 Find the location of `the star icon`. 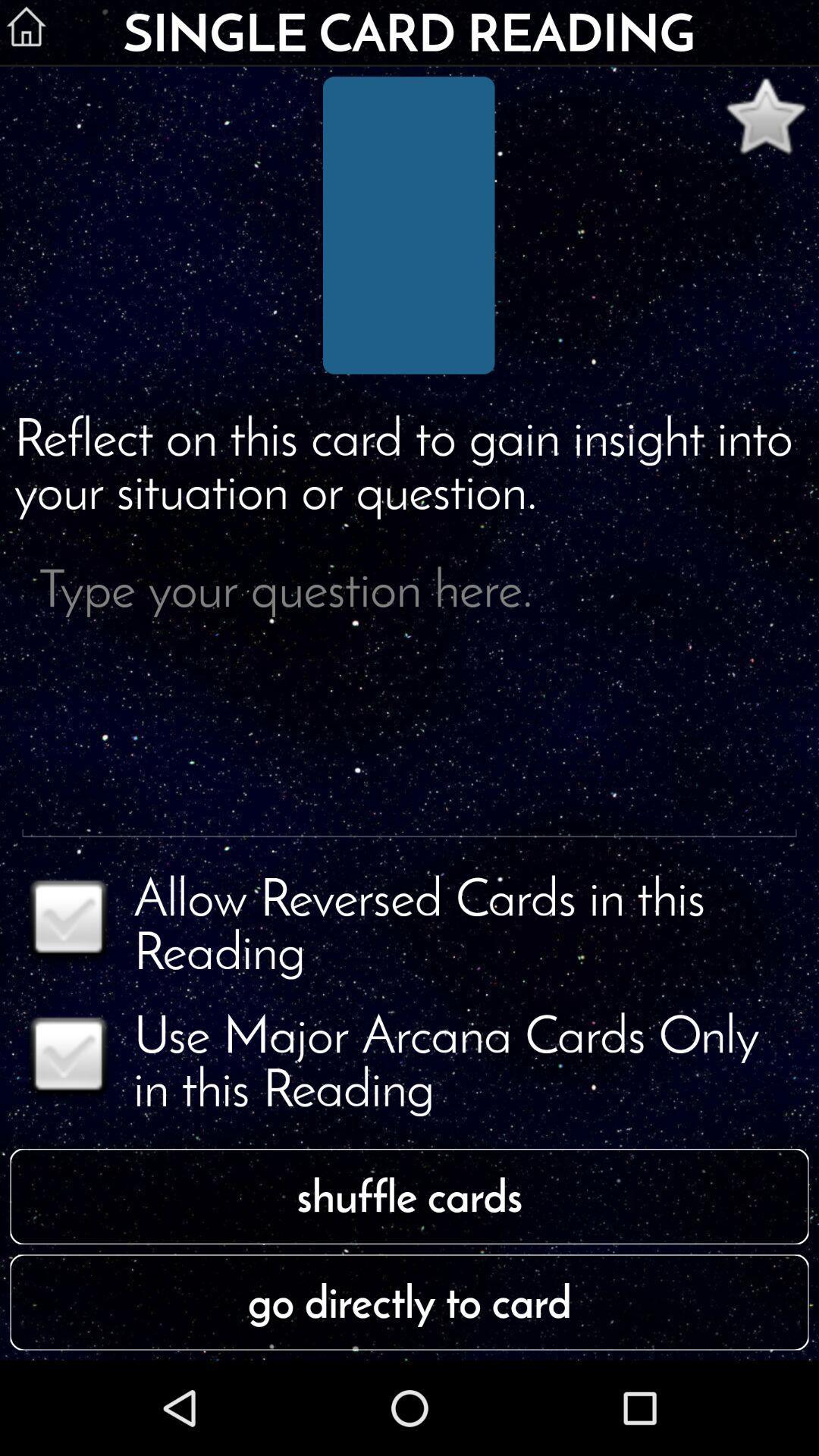

the star icon is located at coordinates (765, 124).